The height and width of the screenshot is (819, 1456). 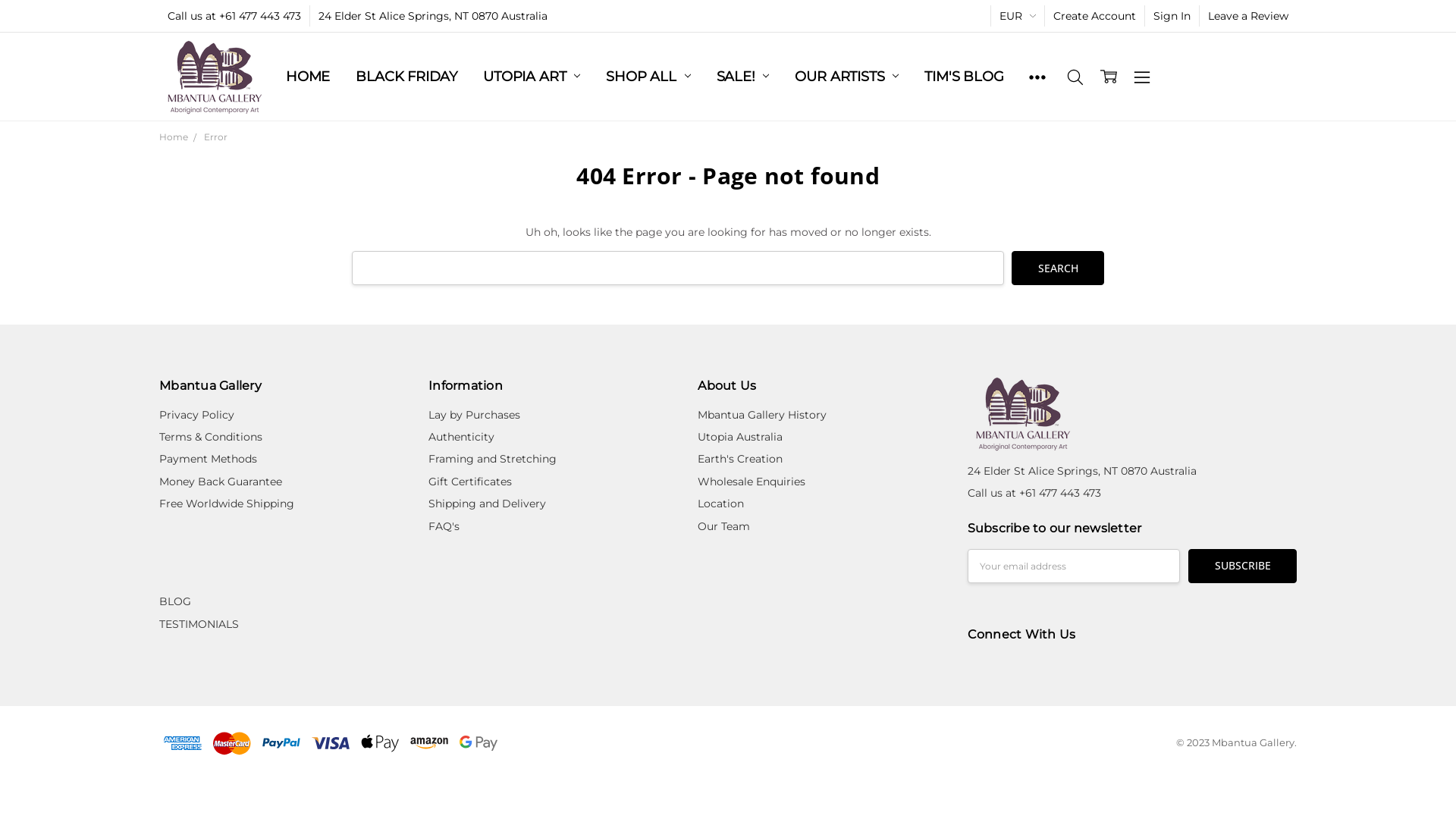 What do you see at coordinates (1057, 267) in the screenshot?
I see `'Search'` at bounding box center [1057, 267].